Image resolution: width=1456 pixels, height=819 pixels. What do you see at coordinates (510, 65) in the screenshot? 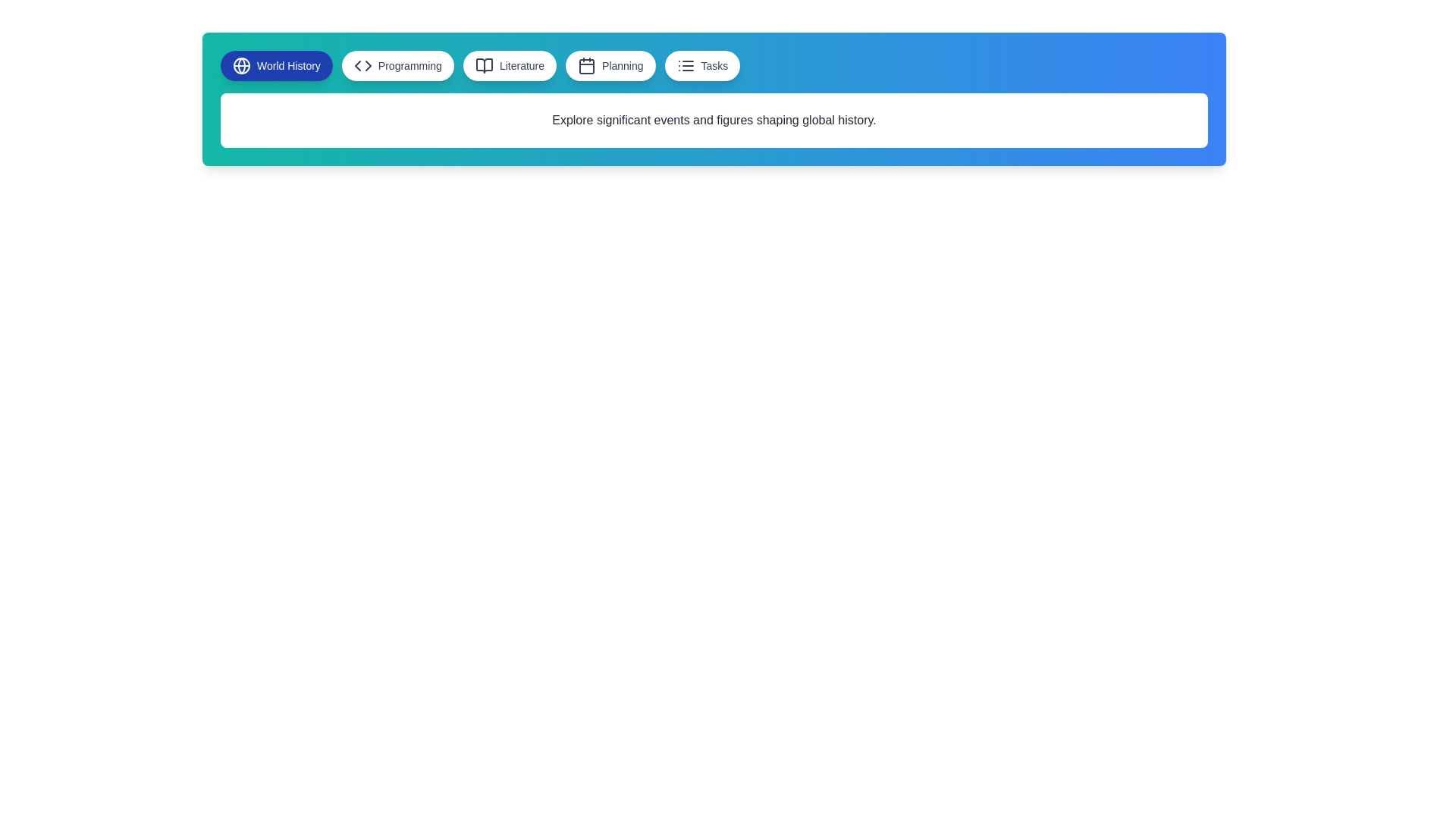
I see `the button labeled Literature to observe the hover effect` at bounding box center [510, 65].